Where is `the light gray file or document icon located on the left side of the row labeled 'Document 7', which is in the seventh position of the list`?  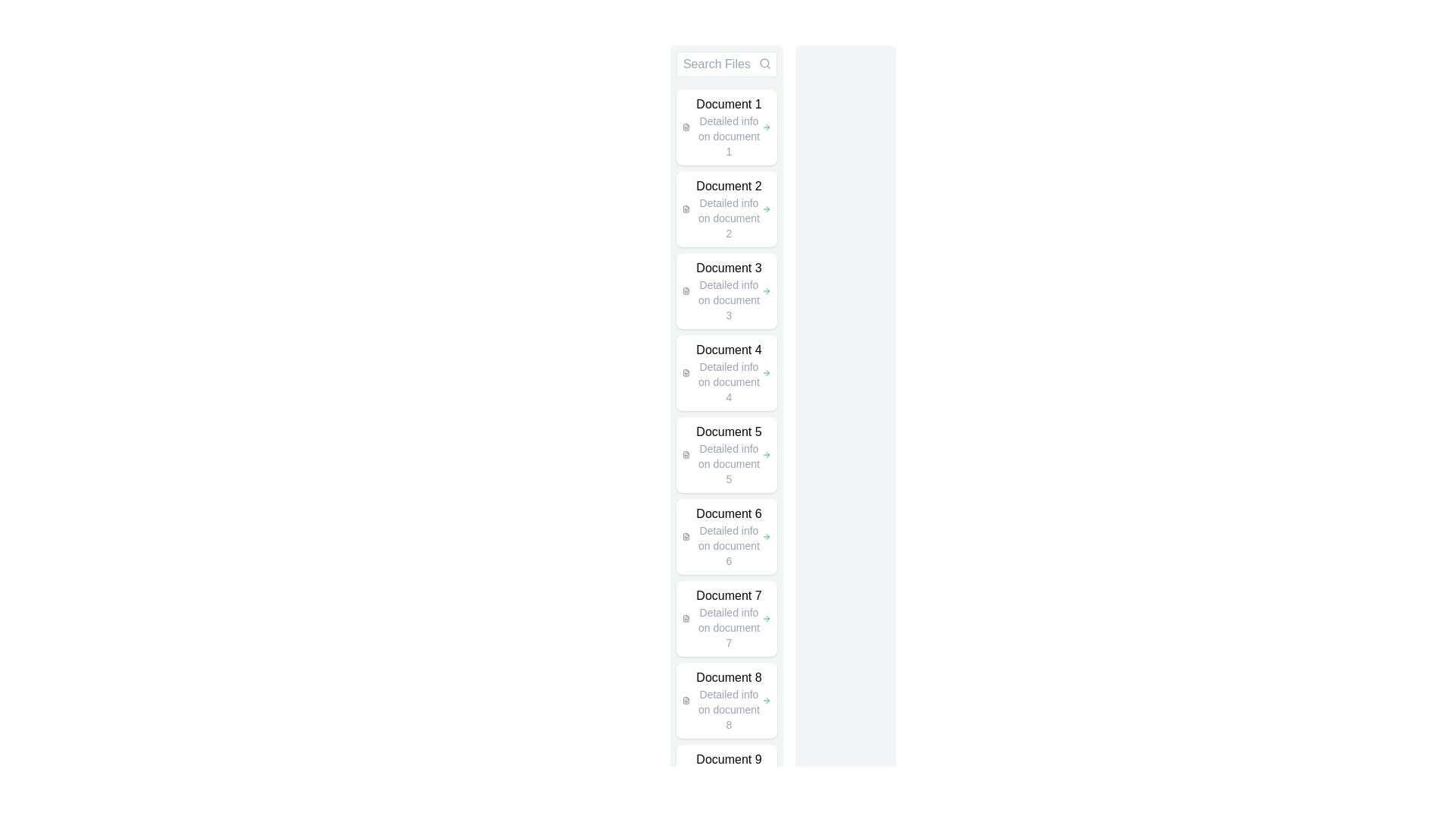
the light gray file or document icon located on the left side of the row labeled 'Document 7', which is in the seventh position of the list is located at coordinates (685, 619).